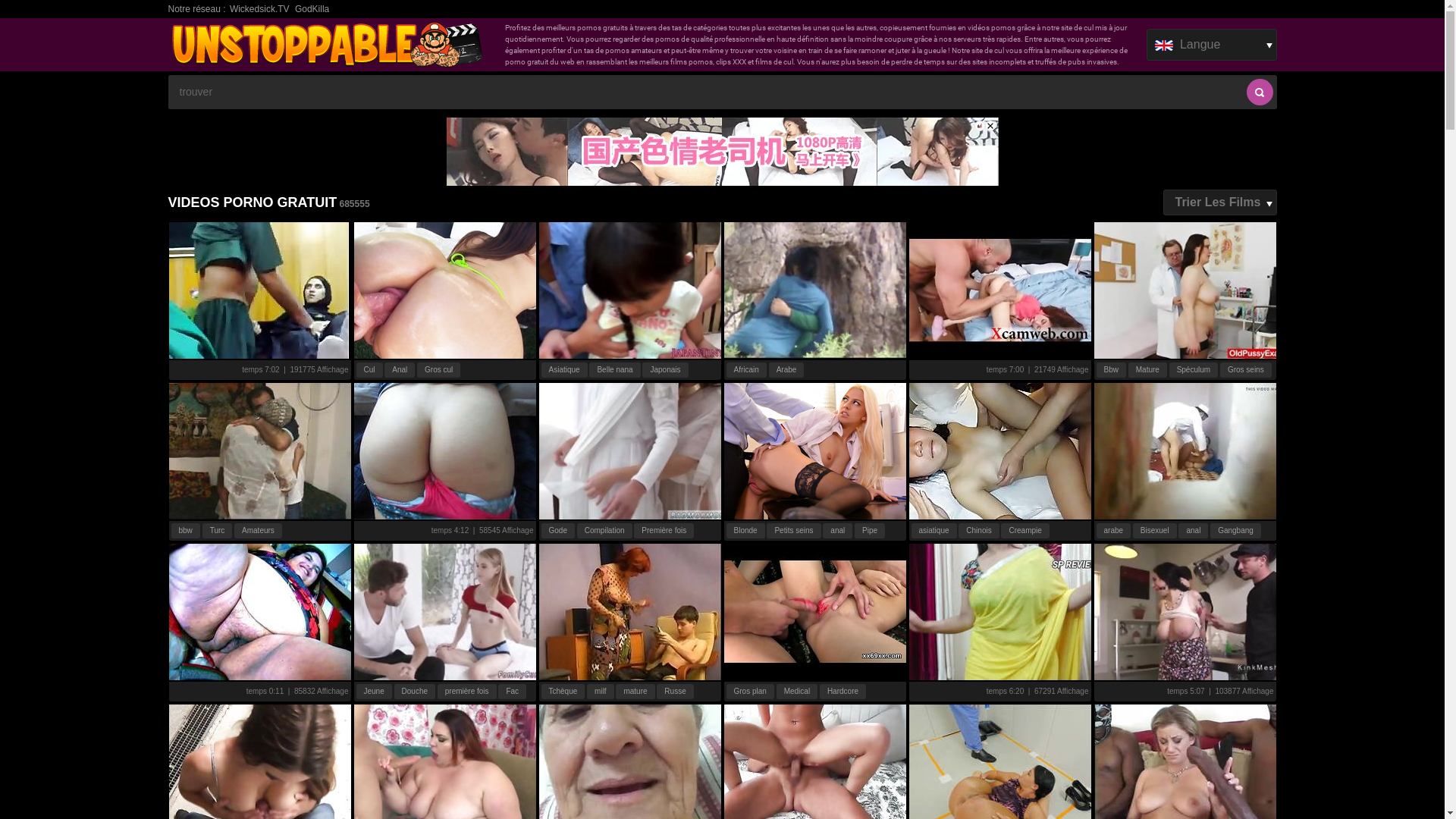 This screenshot has width=1456, height=819. Describe the element at coordinates (642, 370) in the screenshot. I see `'Japonais'` at that location.